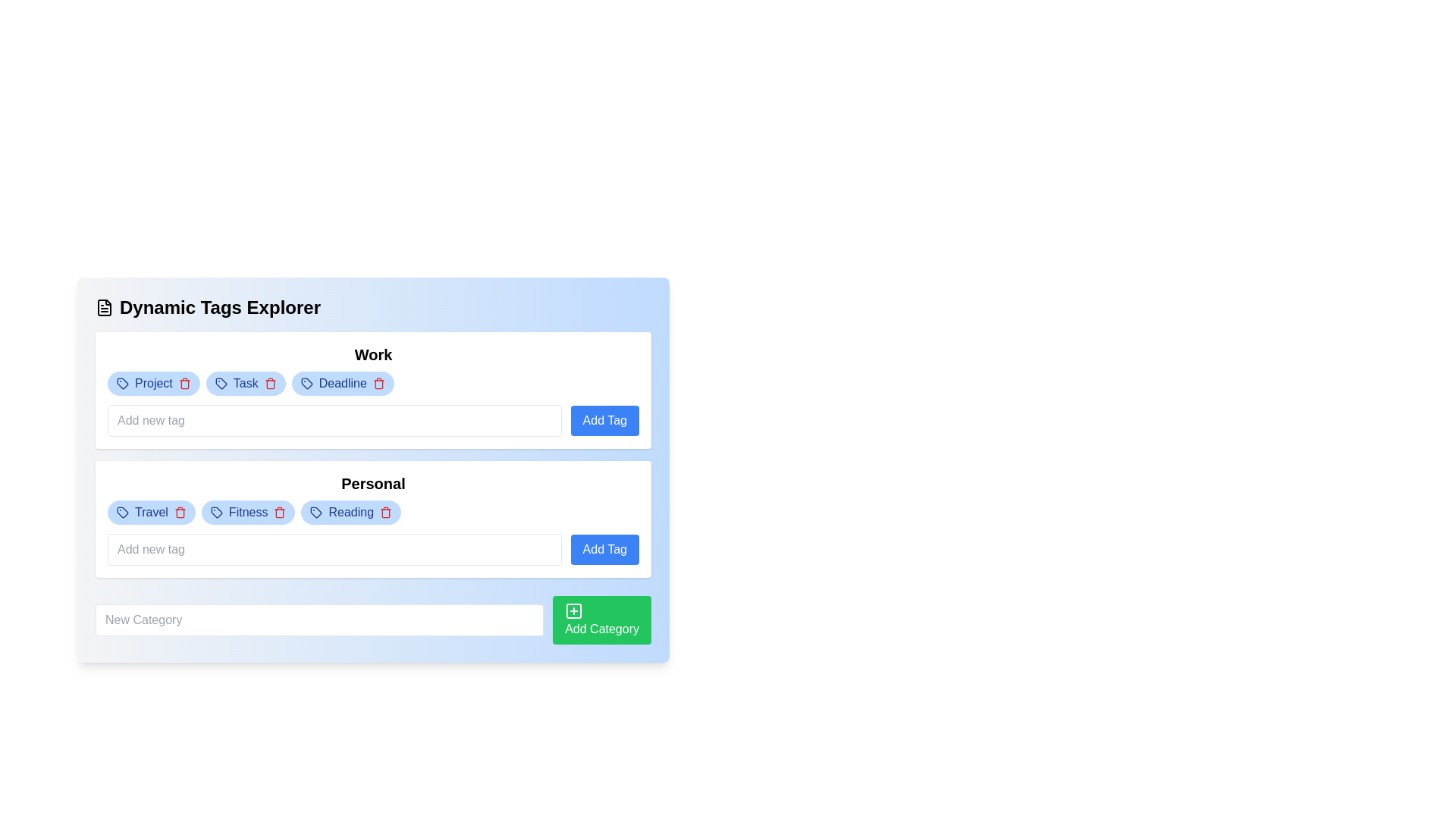 This screenshot has width=1456, height=819. What do you see at coordinates (315, 512) in the screenshot?
I see `the small tag-shaped icon with a circular mark inside it, which represents the 'Reading' tag in the 'Personal' category section, located to the left of the tag's text` at bounding box center [315, 512].